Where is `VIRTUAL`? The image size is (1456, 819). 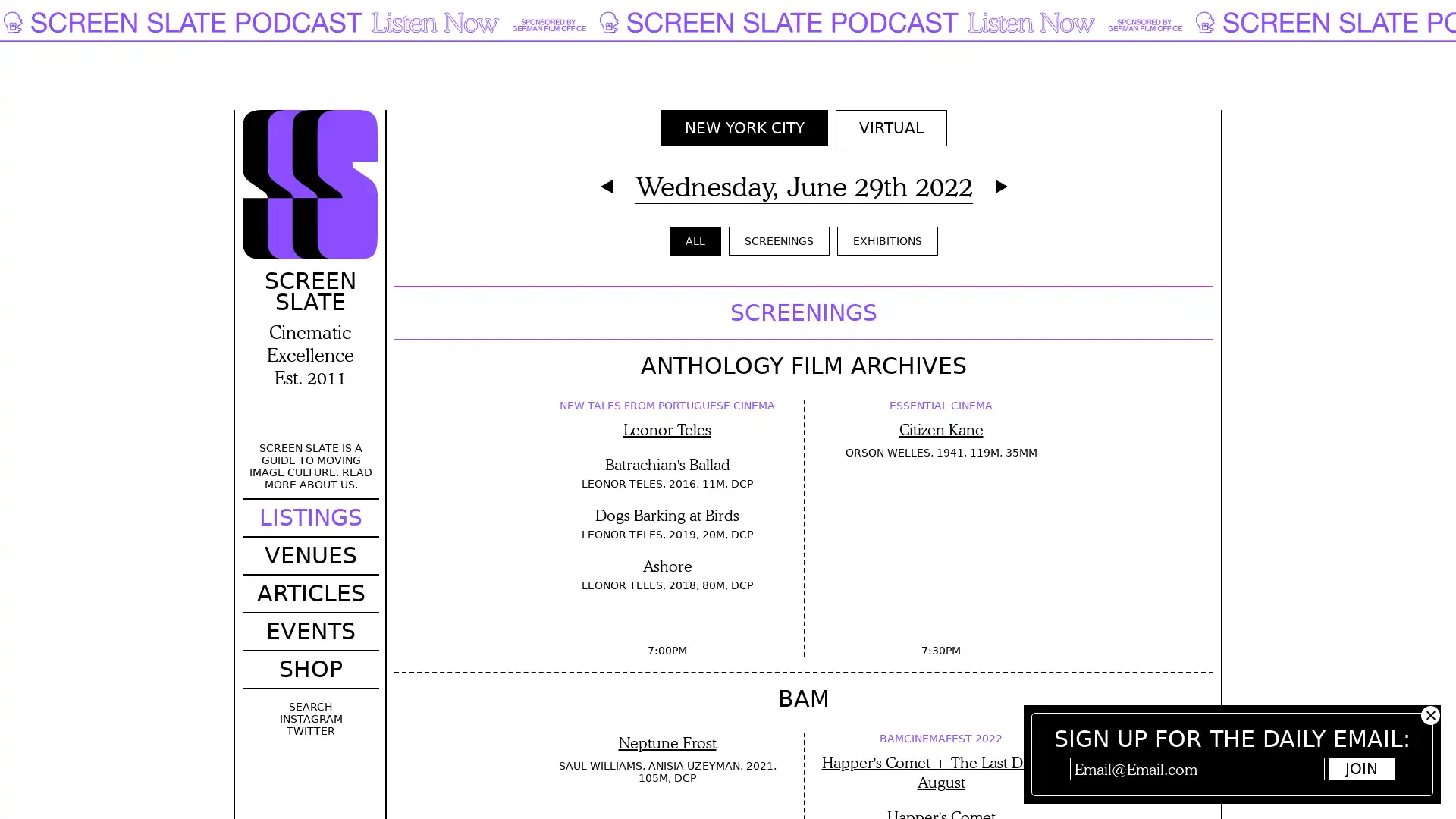
VIRTUAL is located at coordinates (890, 127).